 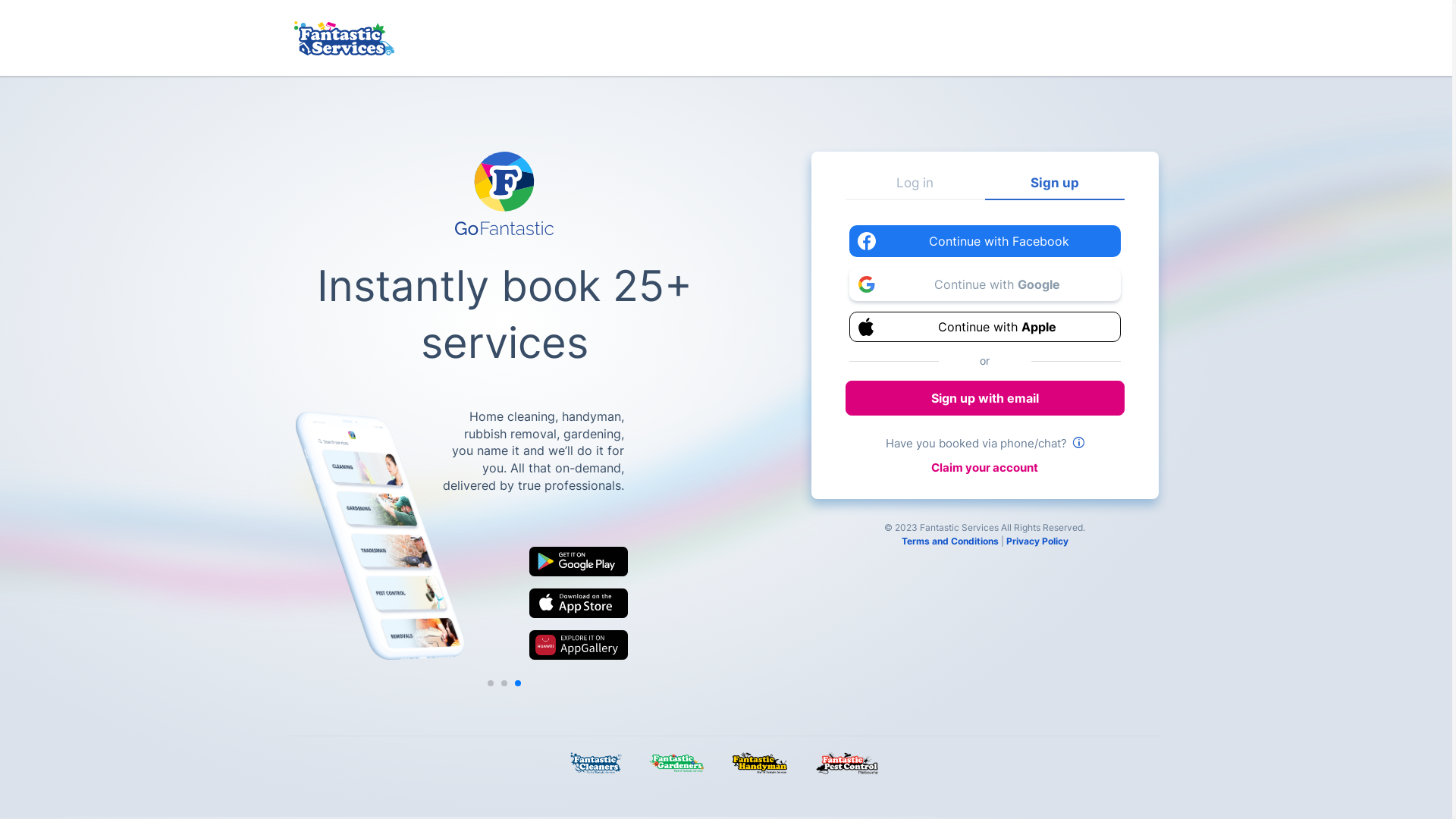 I want to click on 'Fantastic Pest Control', so click(x=851, y=764).